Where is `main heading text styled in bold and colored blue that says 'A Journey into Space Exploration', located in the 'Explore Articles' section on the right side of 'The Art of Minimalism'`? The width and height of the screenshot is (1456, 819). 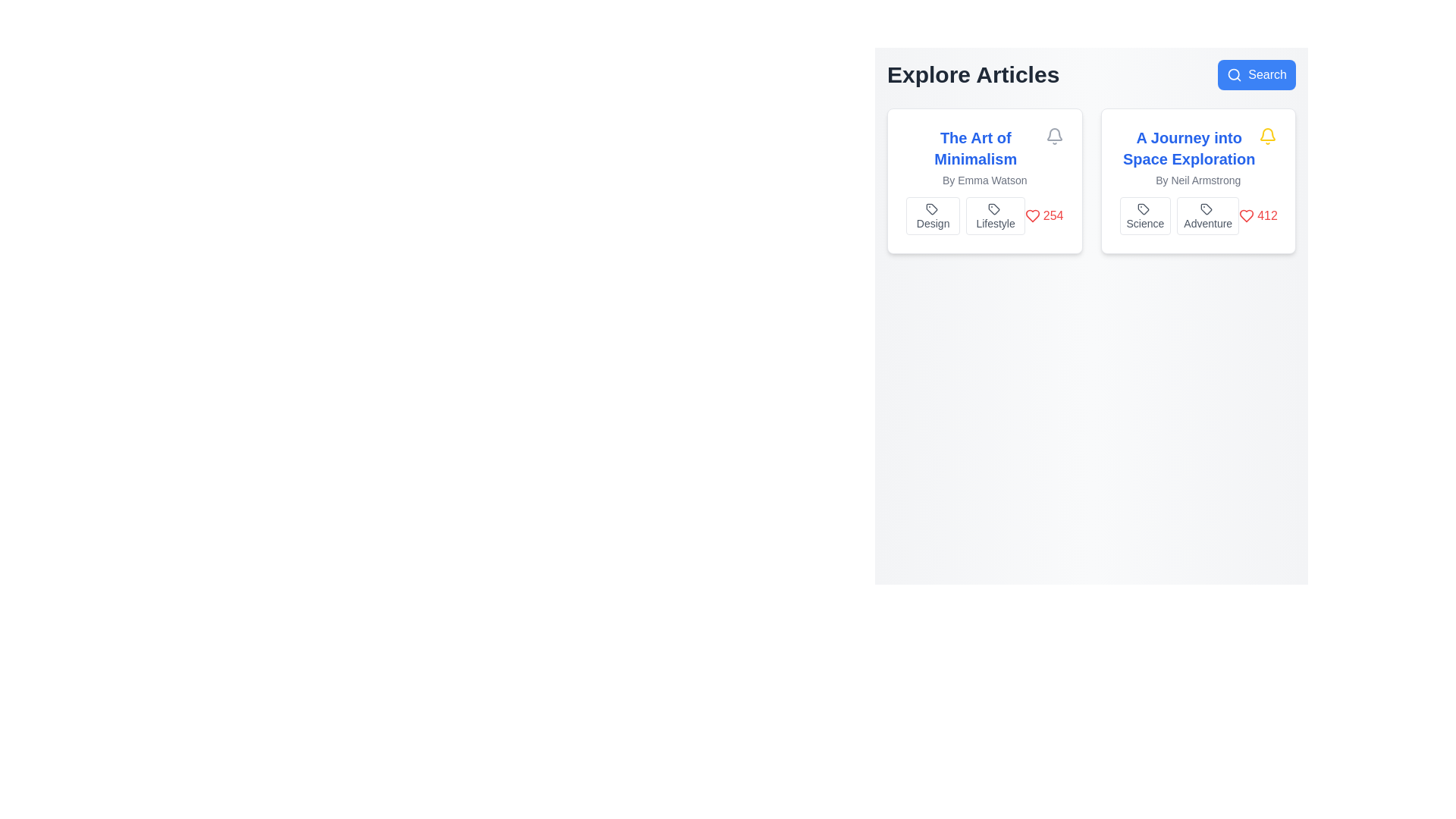 main heading text styled in bold and colored blue that says 'A Journey into Space Exploration', located in the 'Explore Articles' section on the right side of 'The Art of Minimalism' is located at coordinates (1188, 149).